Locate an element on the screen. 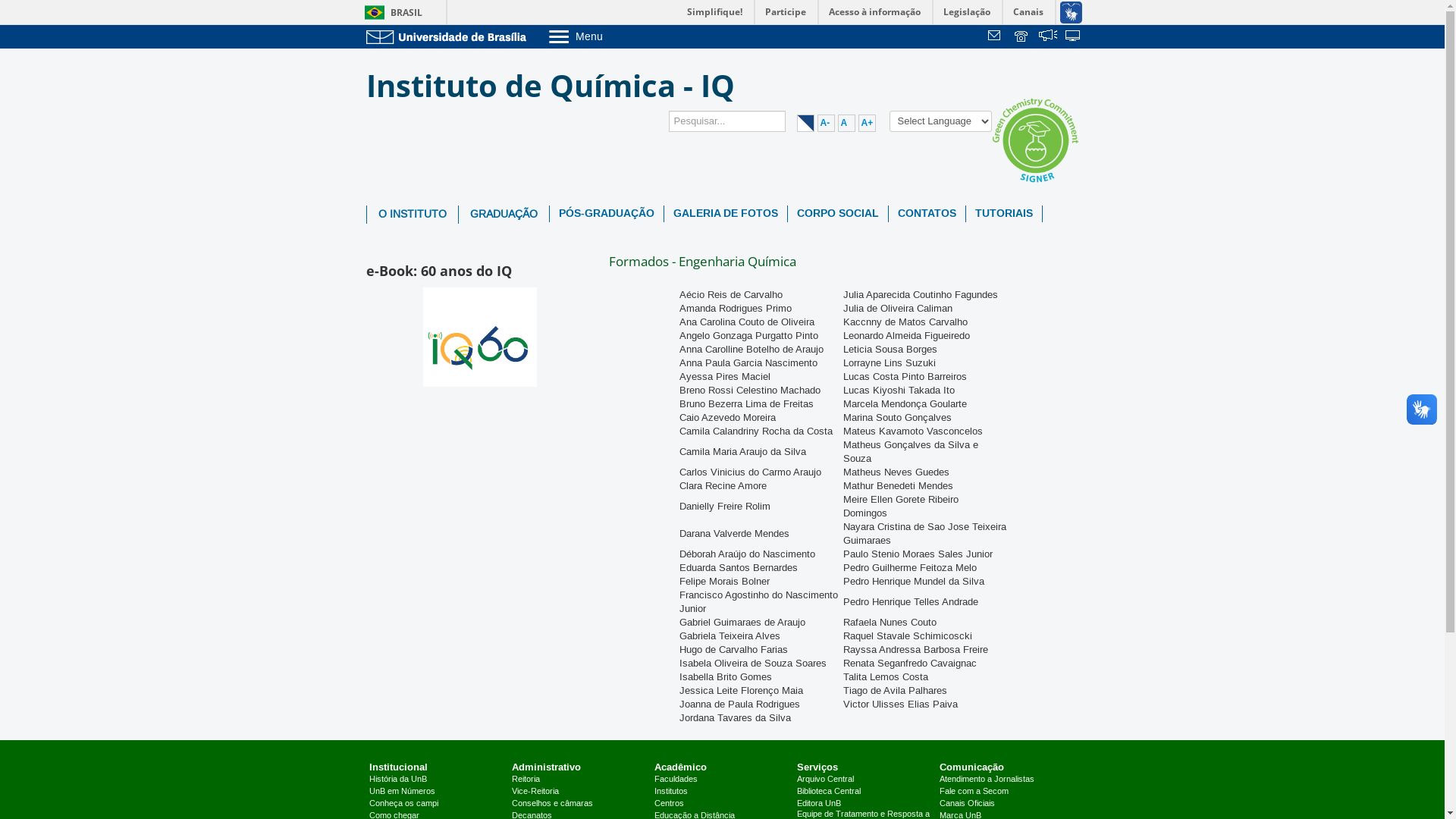  'Fale com a Secom' is located at coordinates (974, 791).